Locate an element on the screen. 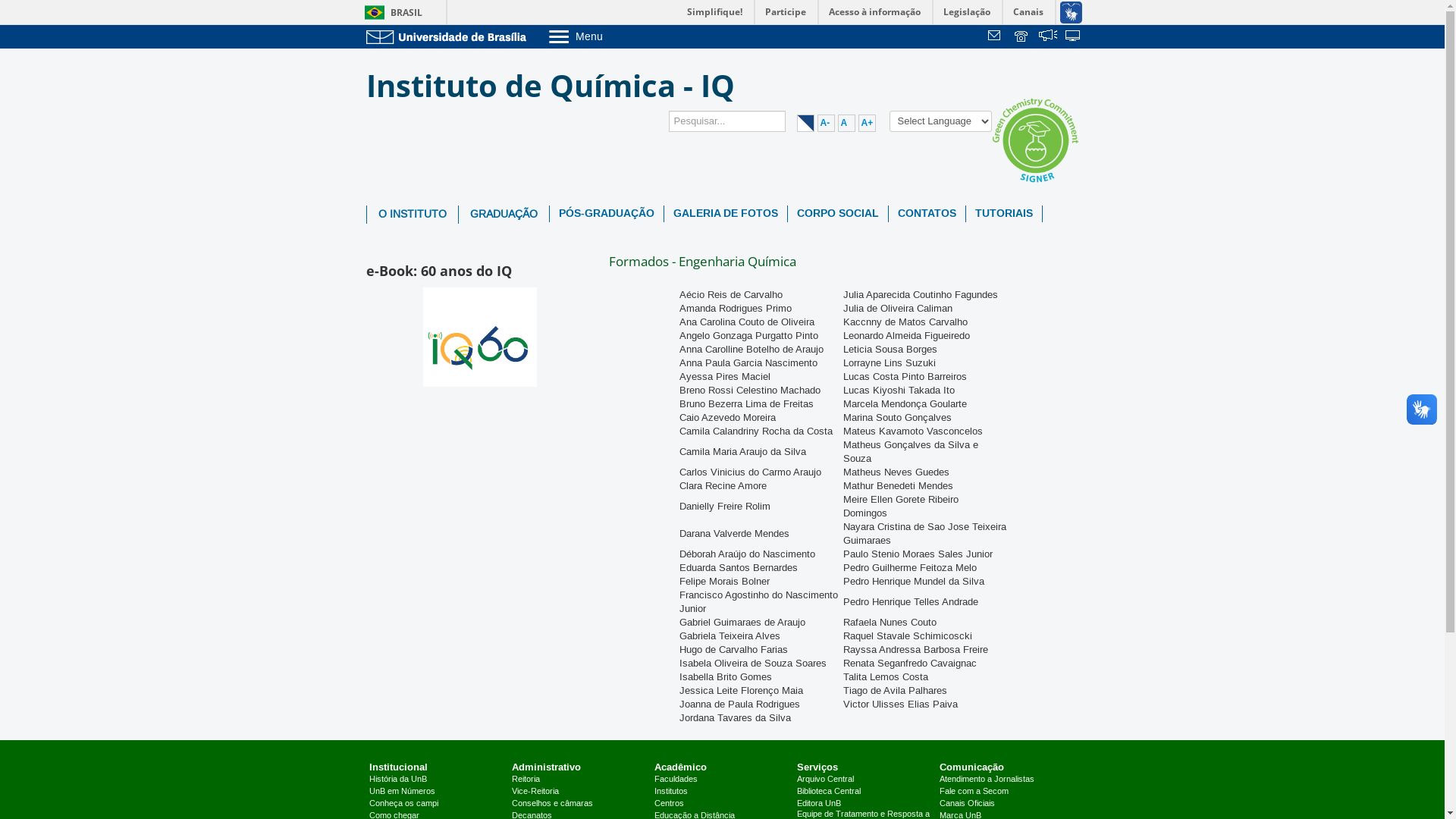  'Fale com a Secom' is located at coordinates (974, 791).